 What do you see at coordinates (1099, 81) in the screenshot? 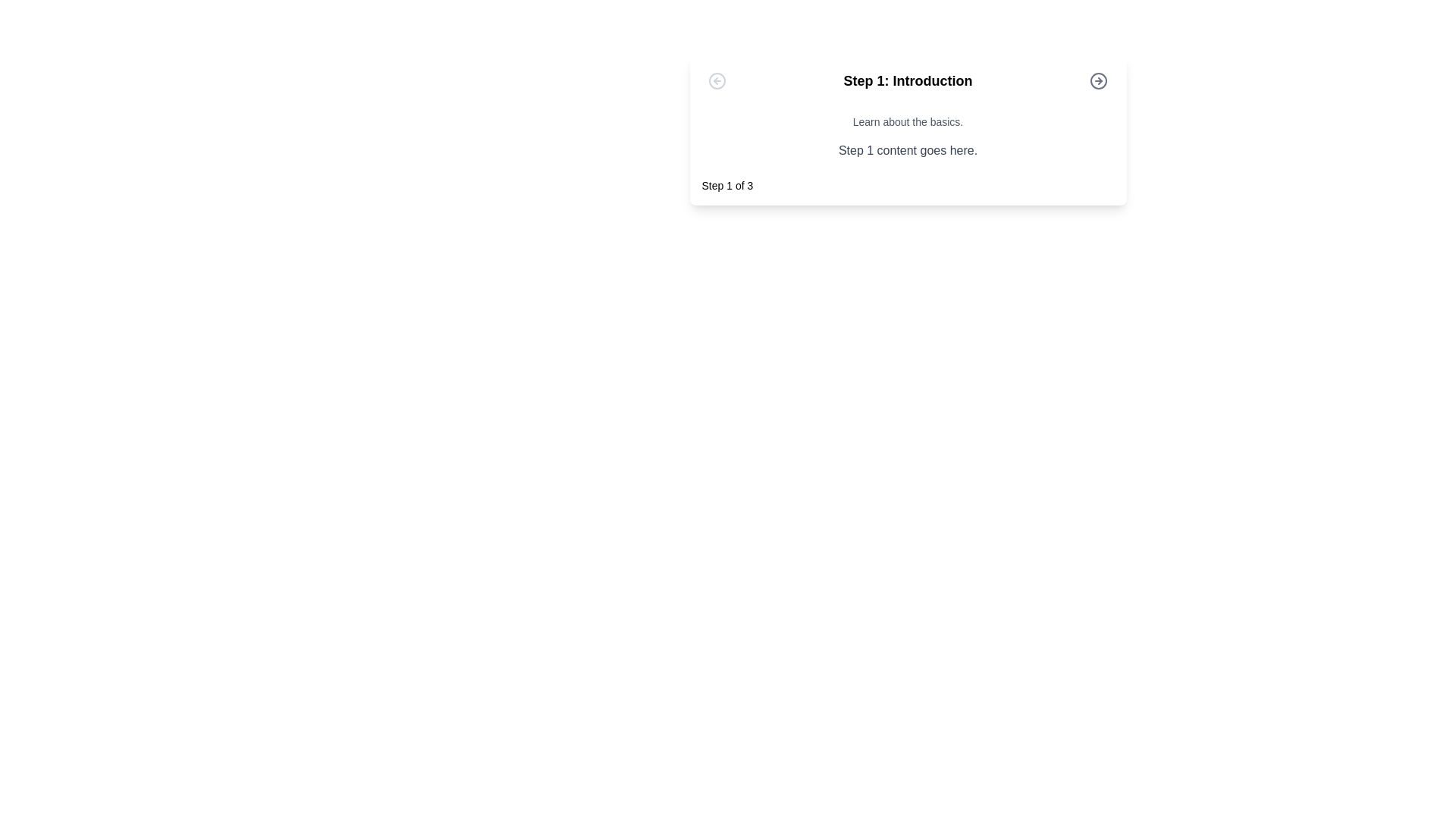
I see `the circular button with a rightward-pointing arrow icon located at the top-right corner of the 'Step 1: Introduction' card to change its color to blue` at bounding box center [1099, 81].